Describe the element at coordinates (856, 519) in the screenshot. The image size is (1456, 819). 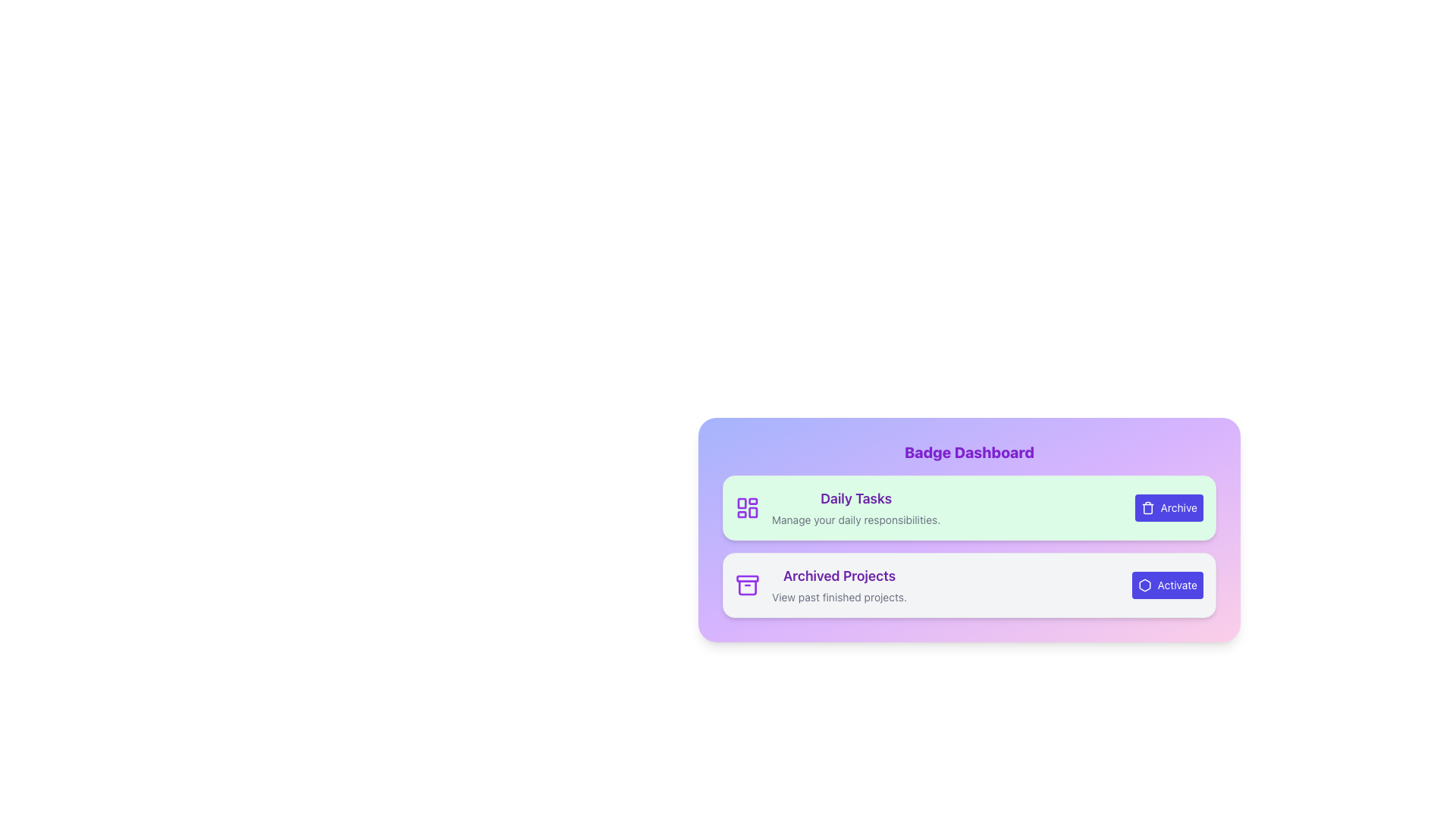
I see `the text element displaying 'Manage your daily responsibilities.' which is located within the 'Badge Dashboard' panel, below the 'Daily Tasks' heading` at that location.